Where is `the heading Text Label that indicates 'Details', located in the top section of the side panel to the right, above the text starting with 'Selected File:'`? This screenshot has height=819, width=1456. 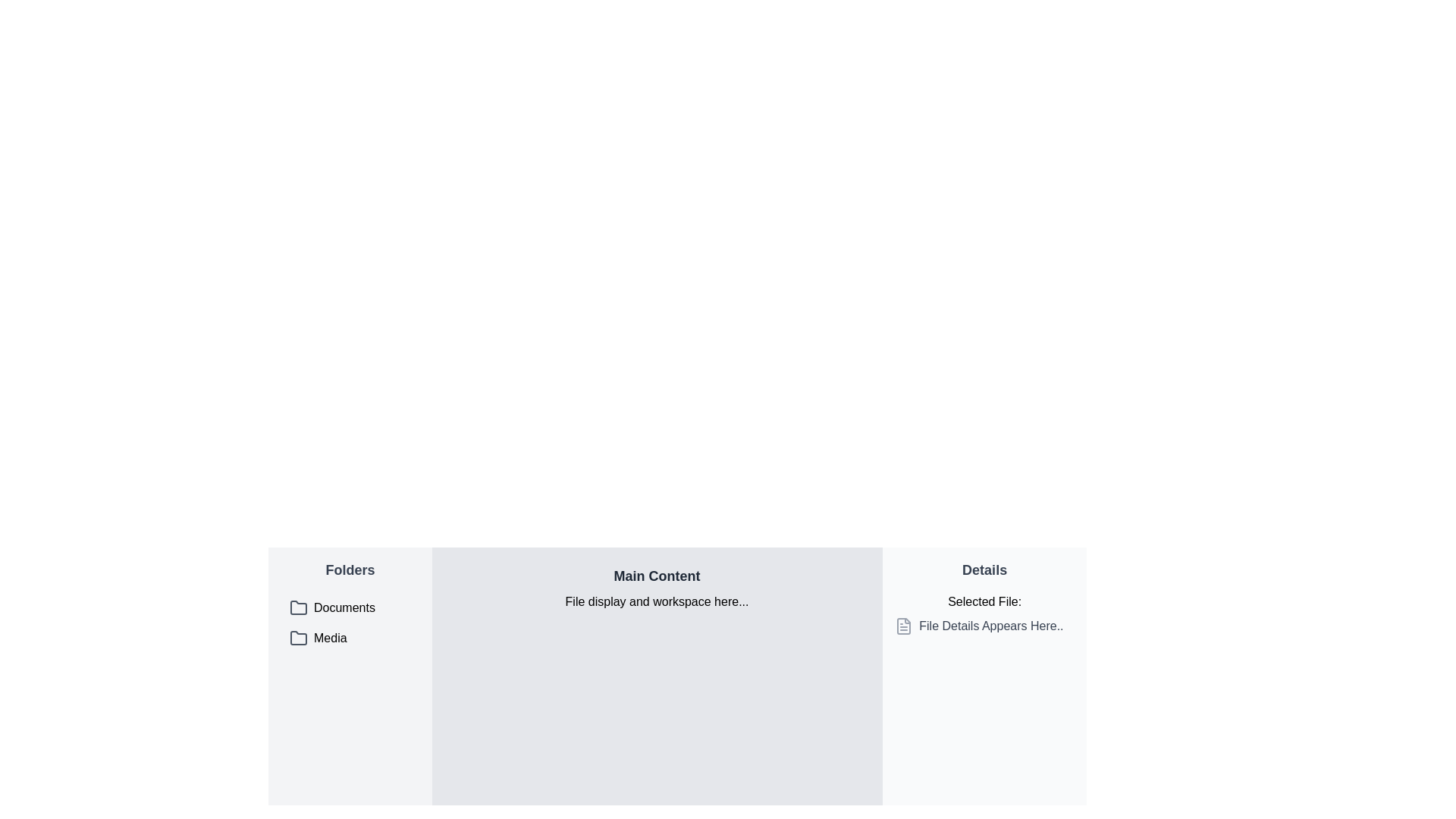
the heading Text Label that indicates 'Details', located in the top section of the side panel to the right, above the text starting with 'Selected File:' is located at coordinates (984, 570).